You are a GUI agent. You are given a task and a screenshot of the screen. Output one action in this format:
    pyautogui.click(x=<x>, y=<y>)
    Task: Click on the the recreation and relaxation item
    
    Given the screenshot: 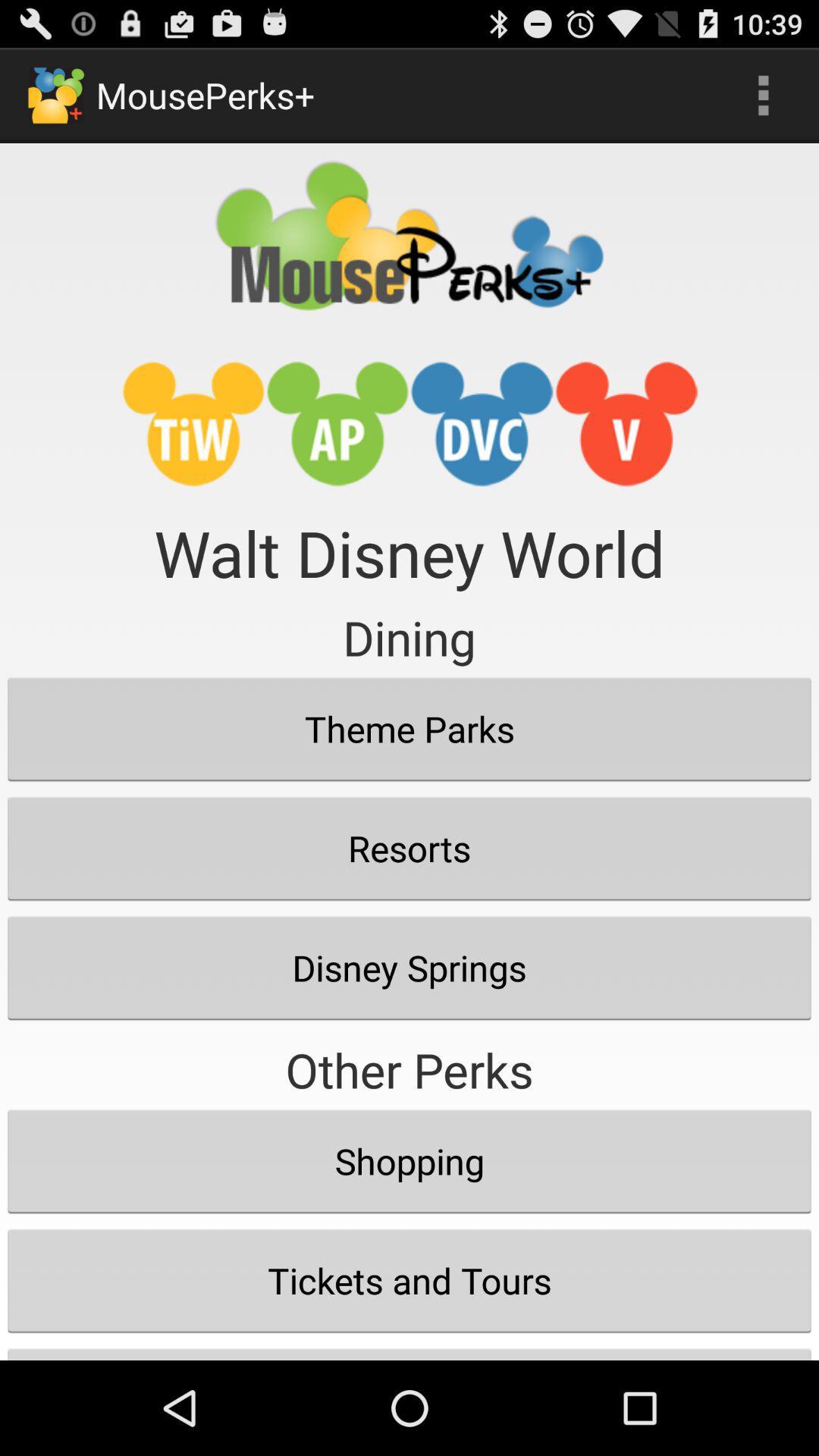 What is the action you would take?
    pyautogui.click(x=409, y=1350)
    